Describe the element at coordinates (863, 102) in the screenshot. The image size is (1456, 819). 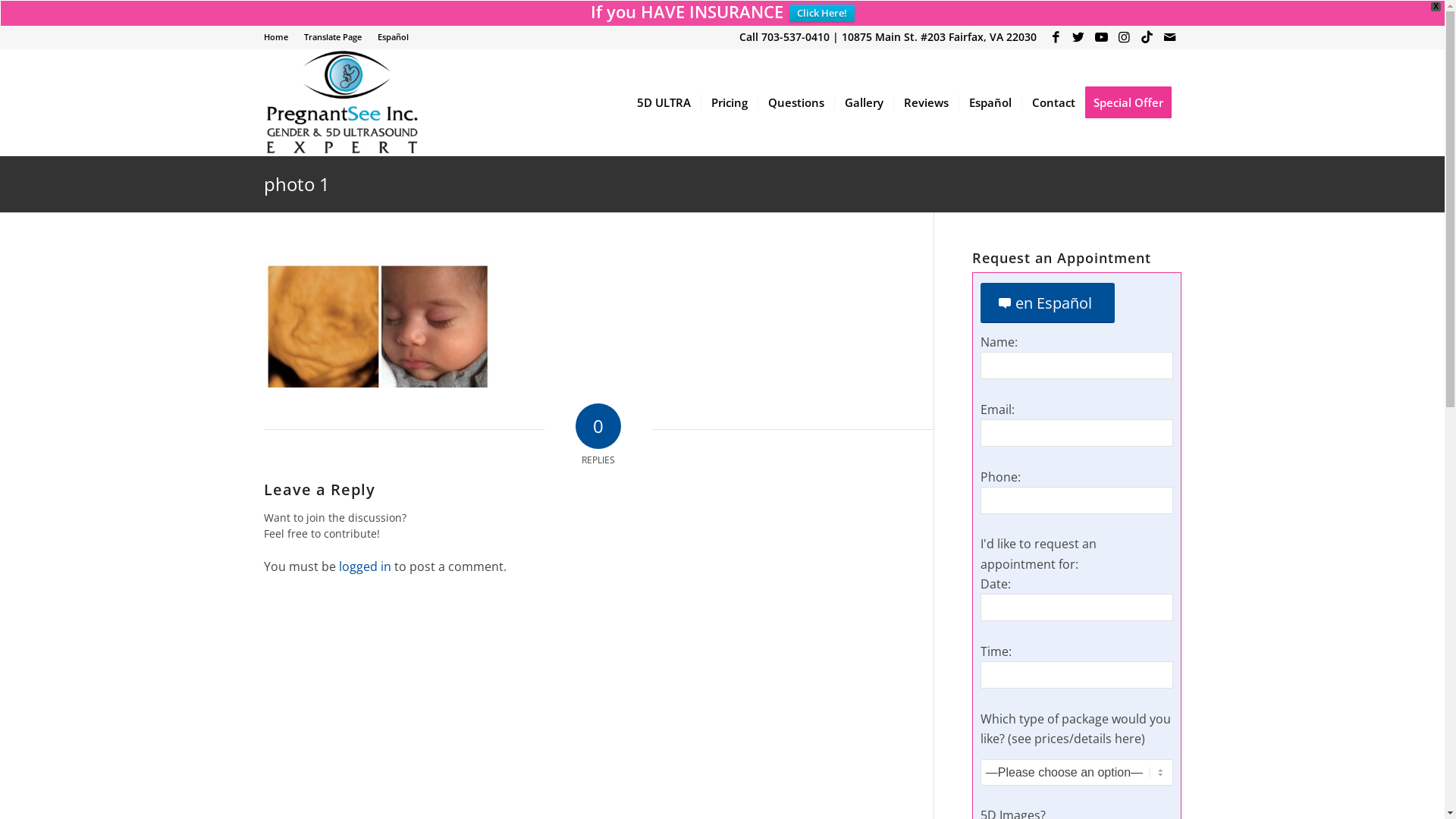
I see `'Gallery'` at that location.